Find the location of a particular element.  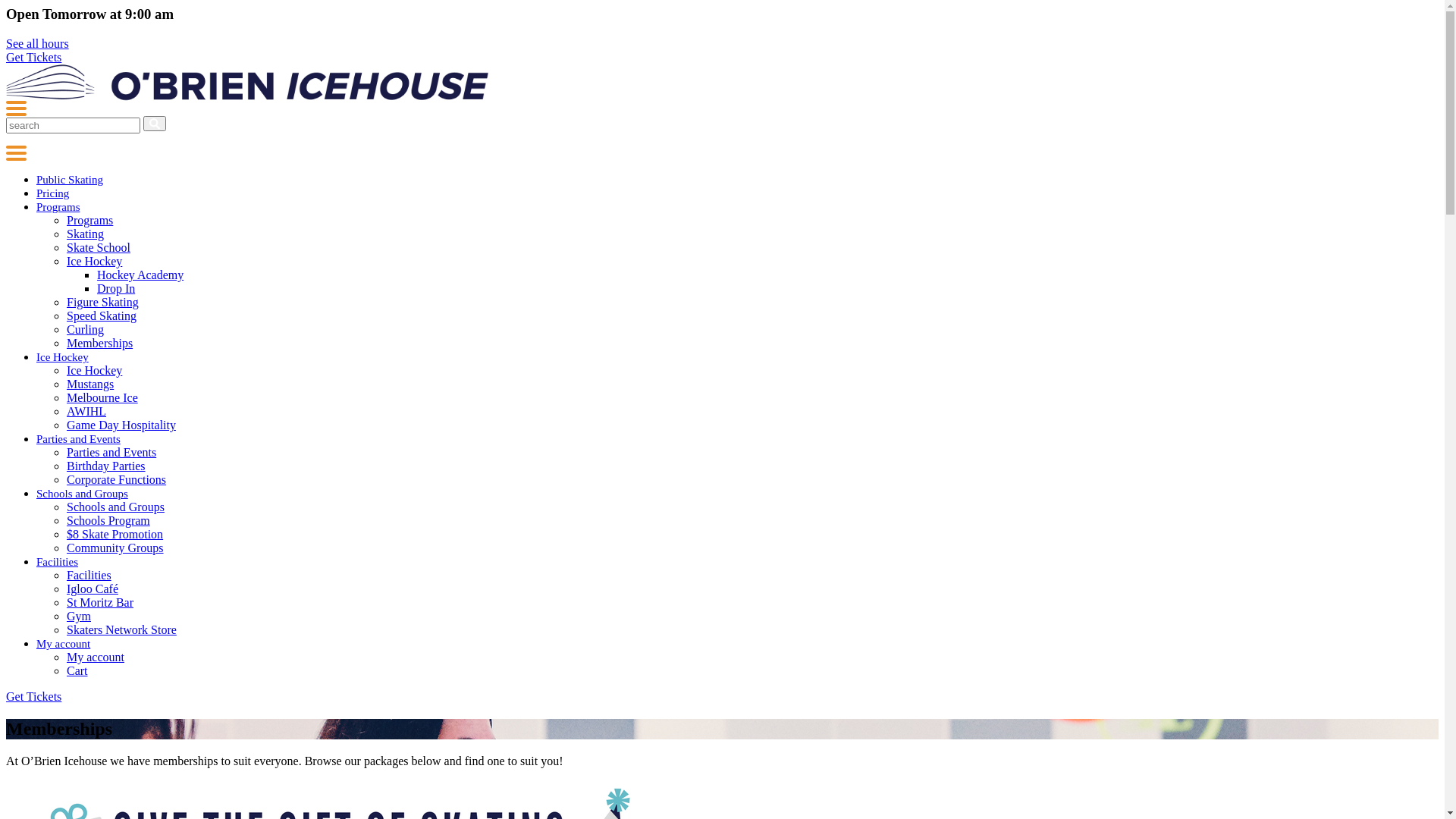

'Ice Hockey' is located at coordinates (93, 370).